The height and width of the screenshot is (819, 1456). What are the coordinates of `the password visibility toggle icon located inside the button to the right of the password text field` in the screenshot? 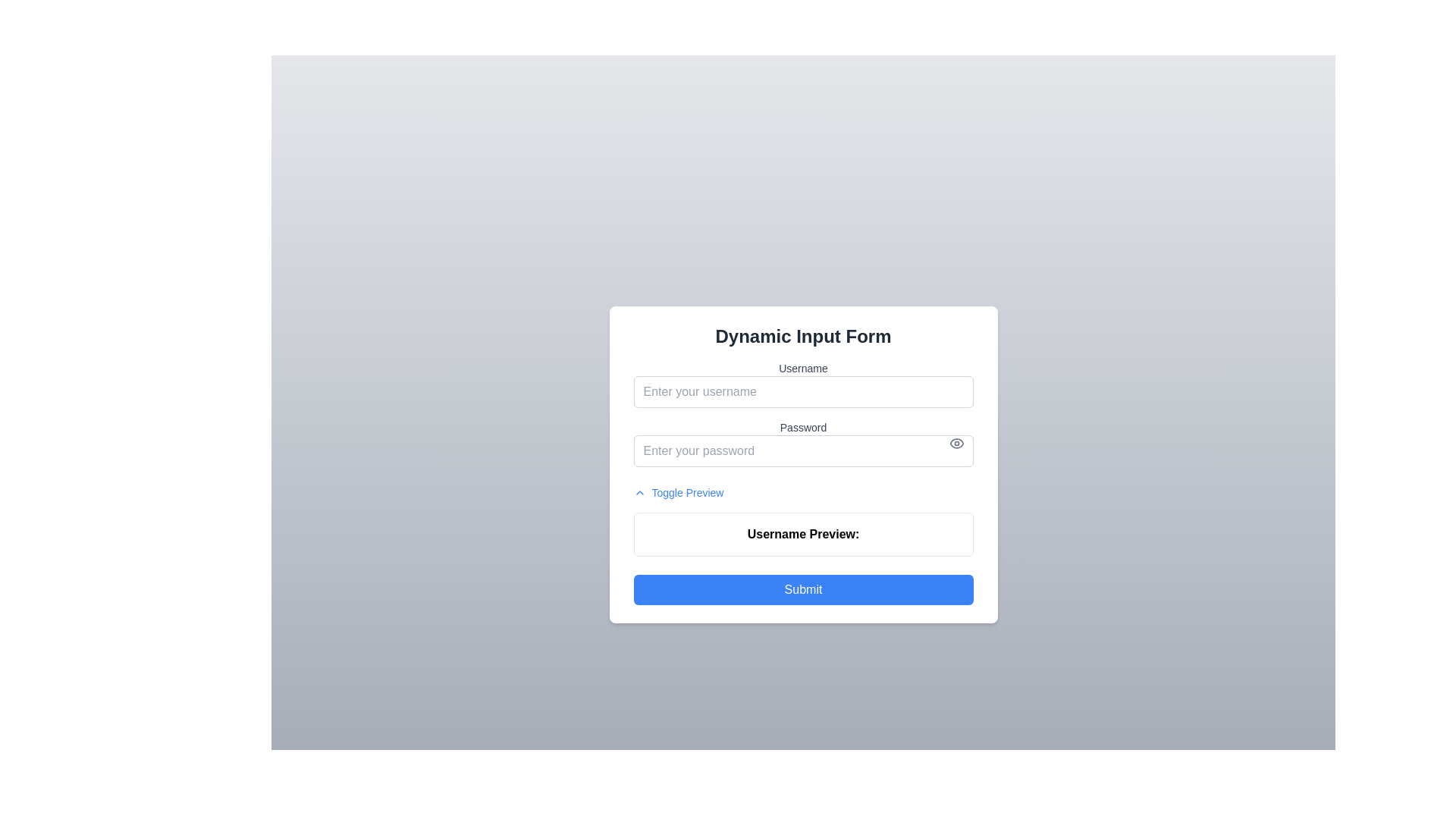 It's located at (955, 444).